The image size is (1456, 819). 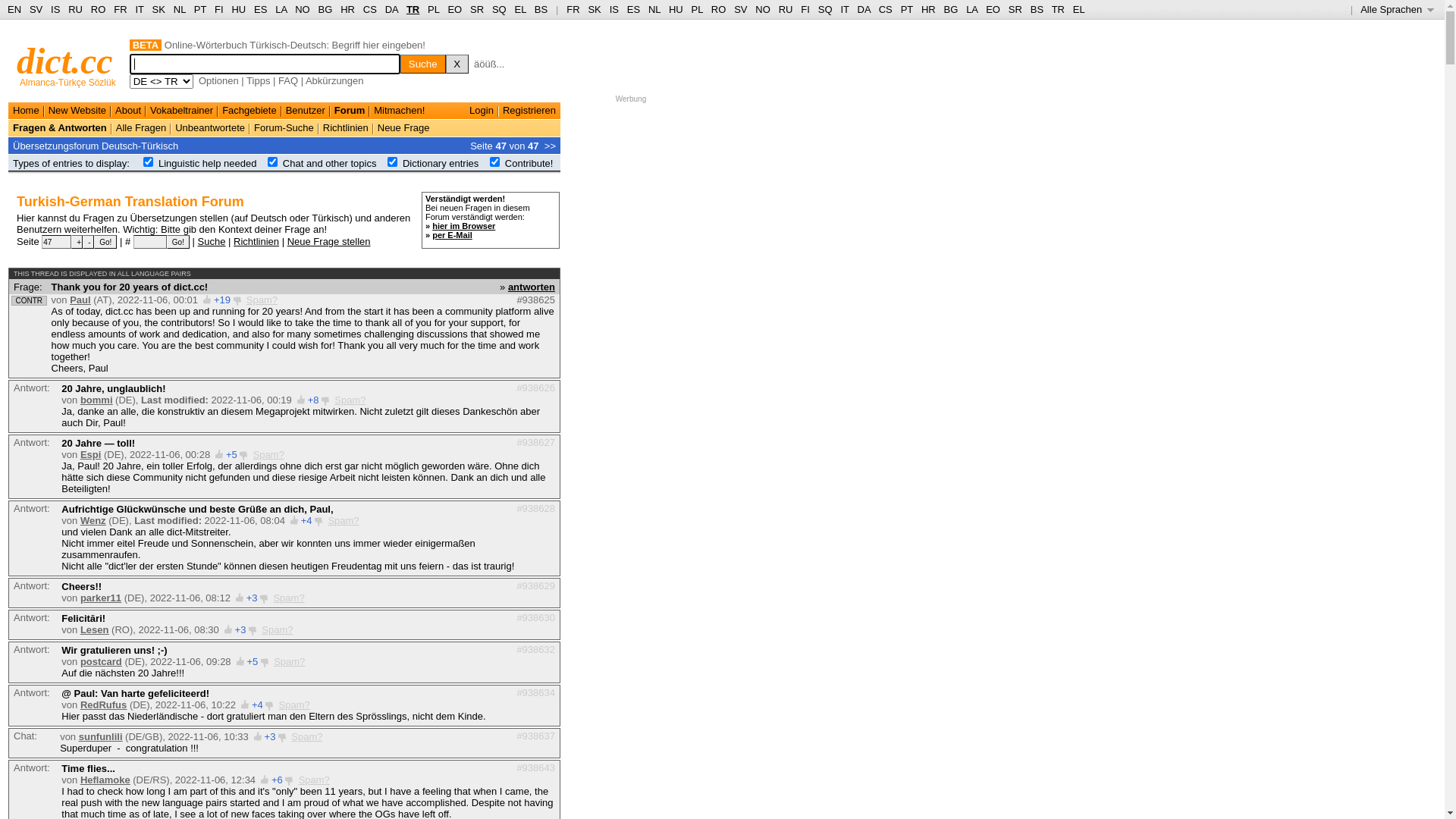 I want to click on 'Mitmachen!', so click(x=374, y=109).